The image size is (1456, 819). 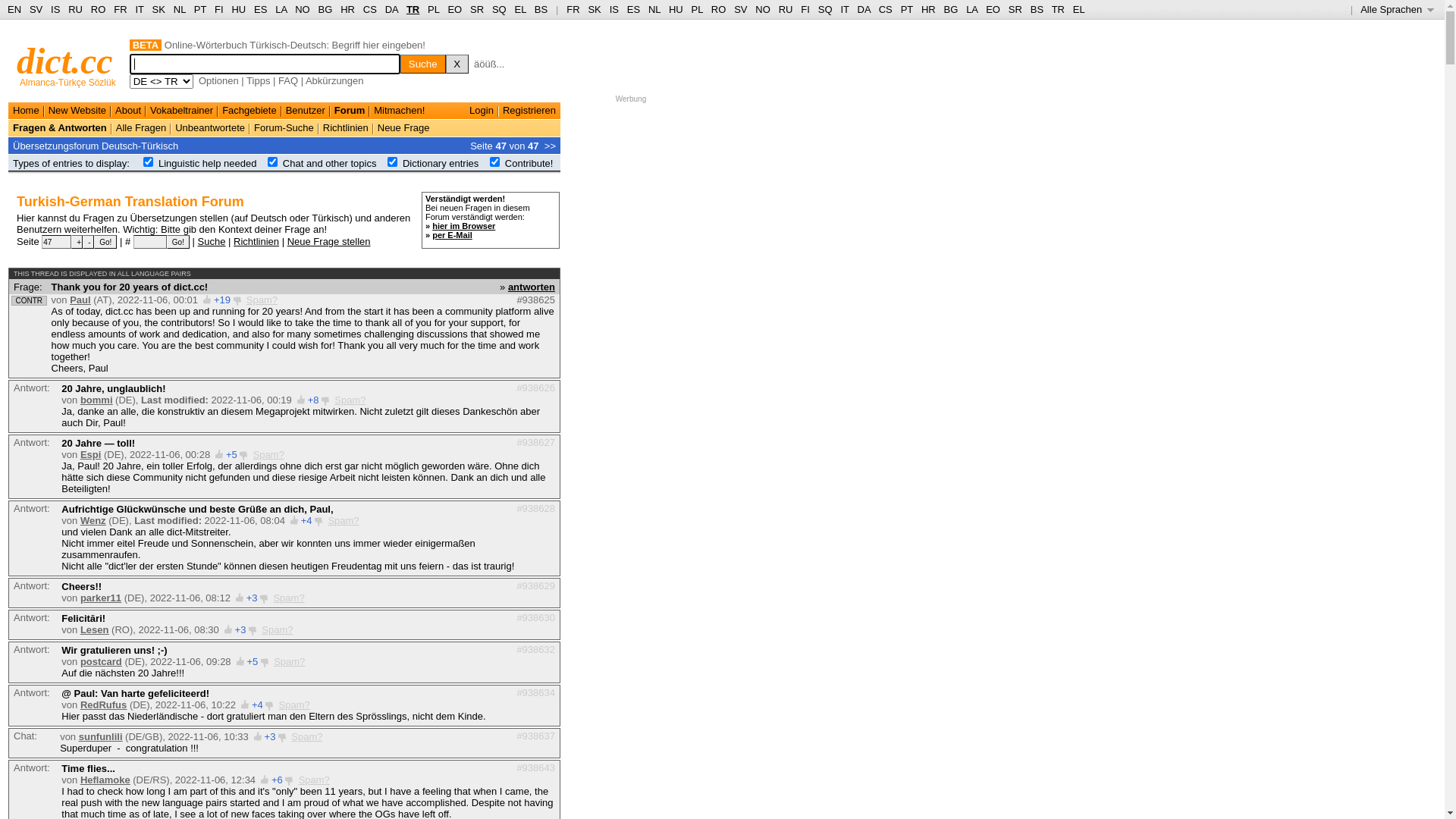 I want to click on 'Mitmachen!', so click(x=374, y=109).